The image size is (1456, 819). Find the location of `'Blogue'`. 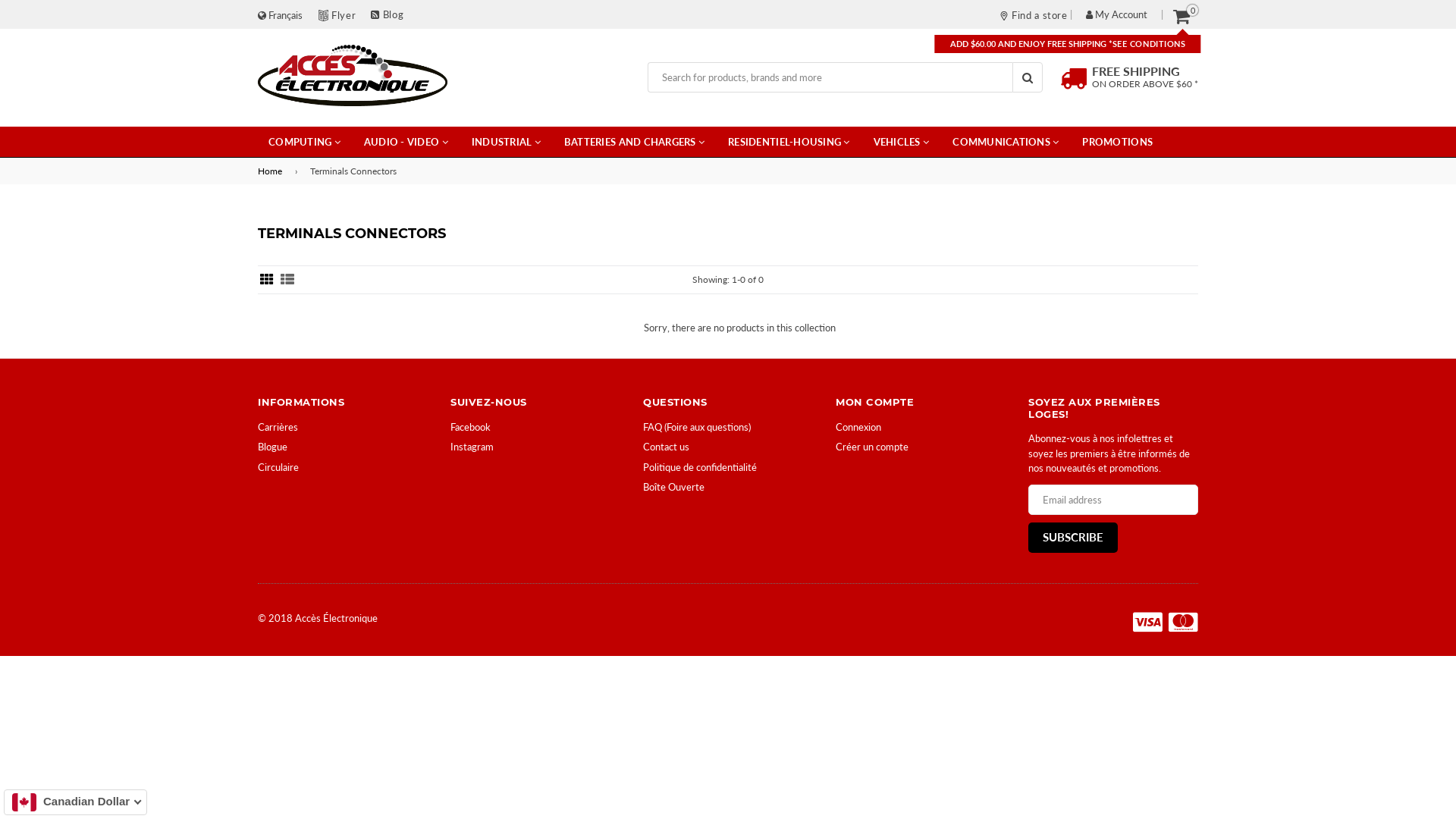

'Blogue' is located at coordinates (272, 446).